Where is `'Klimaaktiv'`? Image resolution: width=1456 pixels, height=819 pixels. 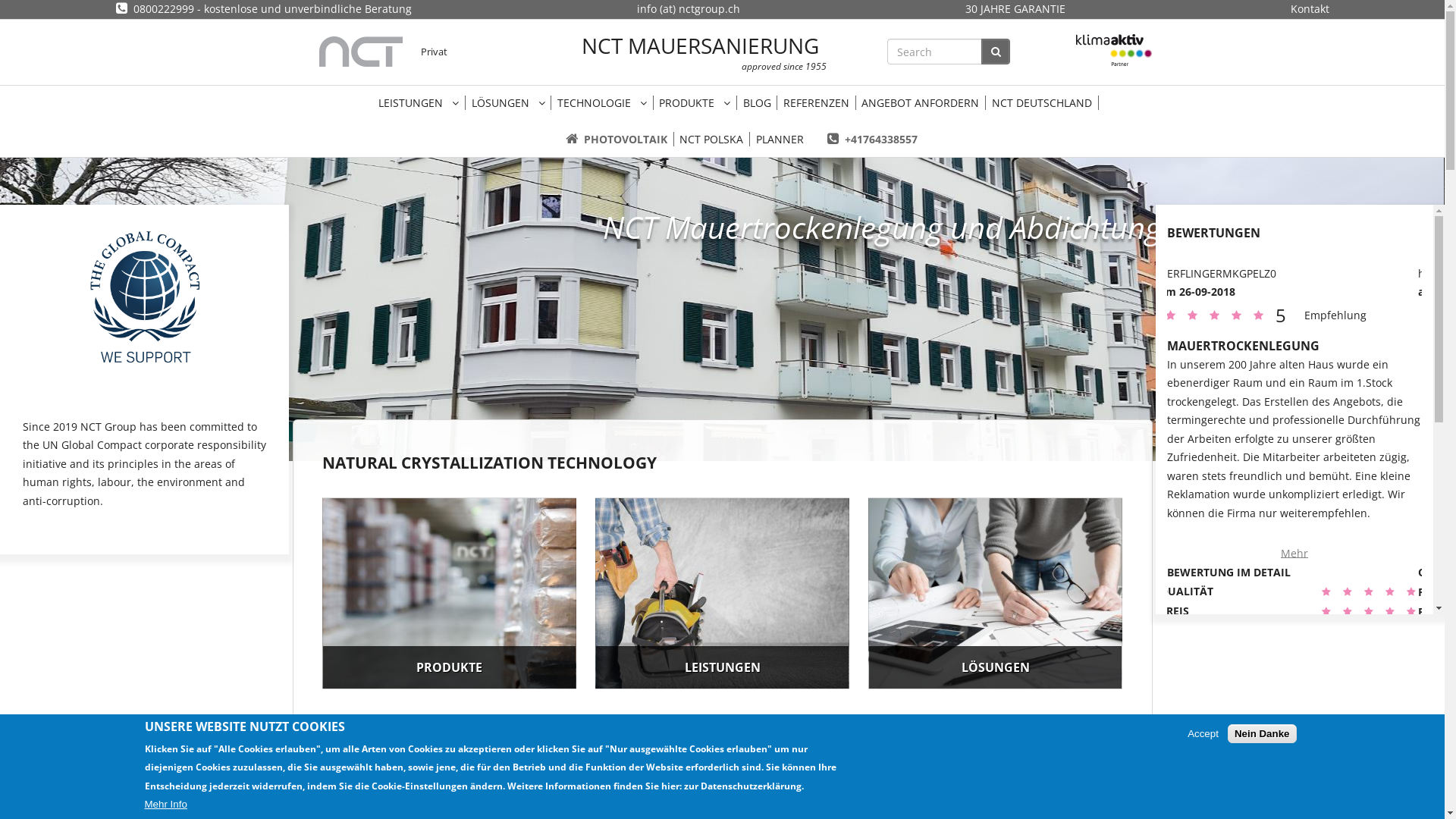
'Klimaaktiv' is located at coordinates (1113, 51).